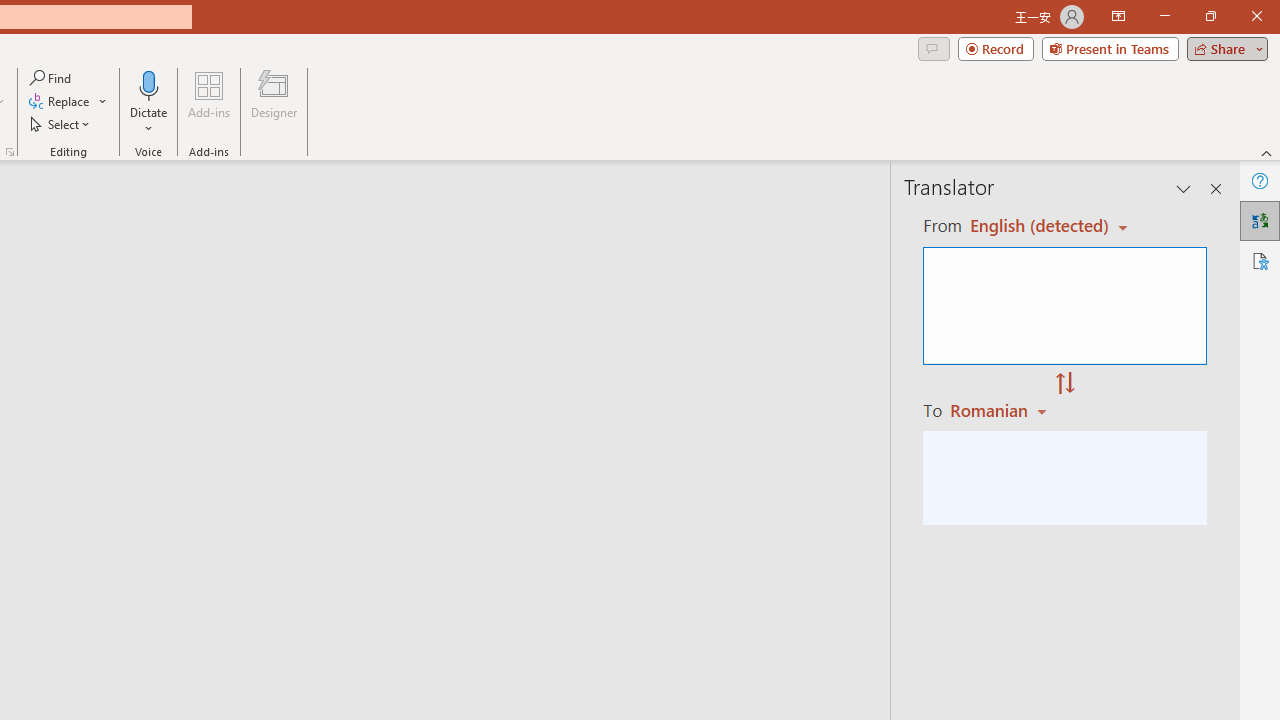 The width and height of the screenshot is (1280, 720). I want to click on 'Czech (detected)', so click(1040, 225).